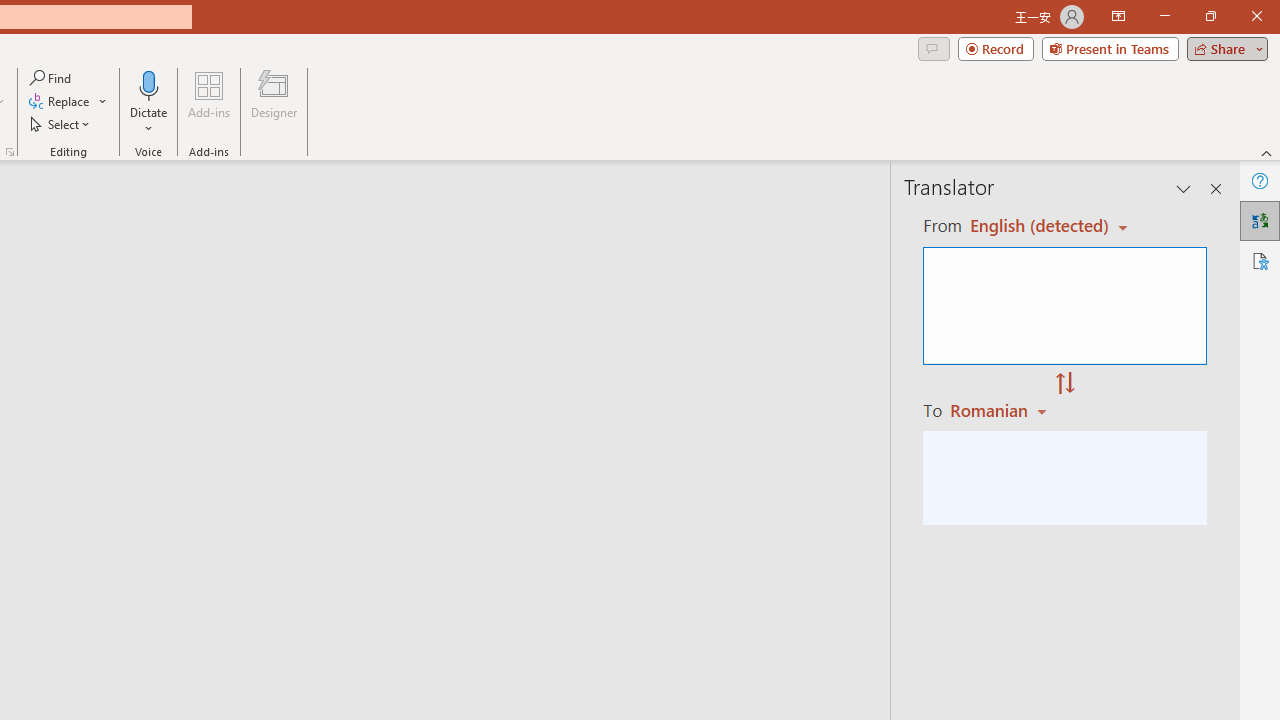 The width and height of the screenshot is (1280, 720). I want to click on 'Czech (detected)', so click(1040, 225).